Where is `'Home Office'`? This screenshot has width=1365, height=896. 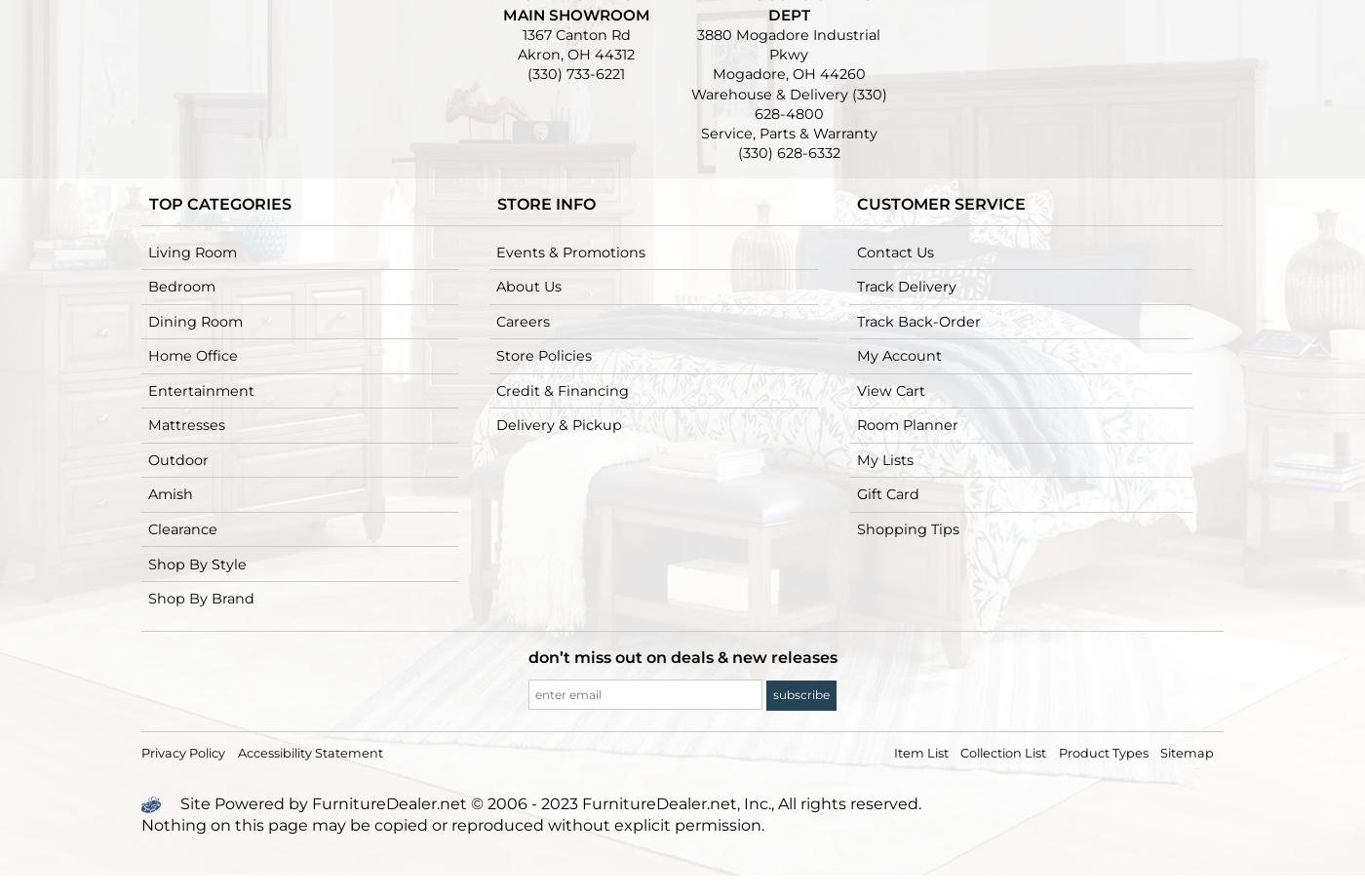
'Home Office' is located at coordinates (192, 355).